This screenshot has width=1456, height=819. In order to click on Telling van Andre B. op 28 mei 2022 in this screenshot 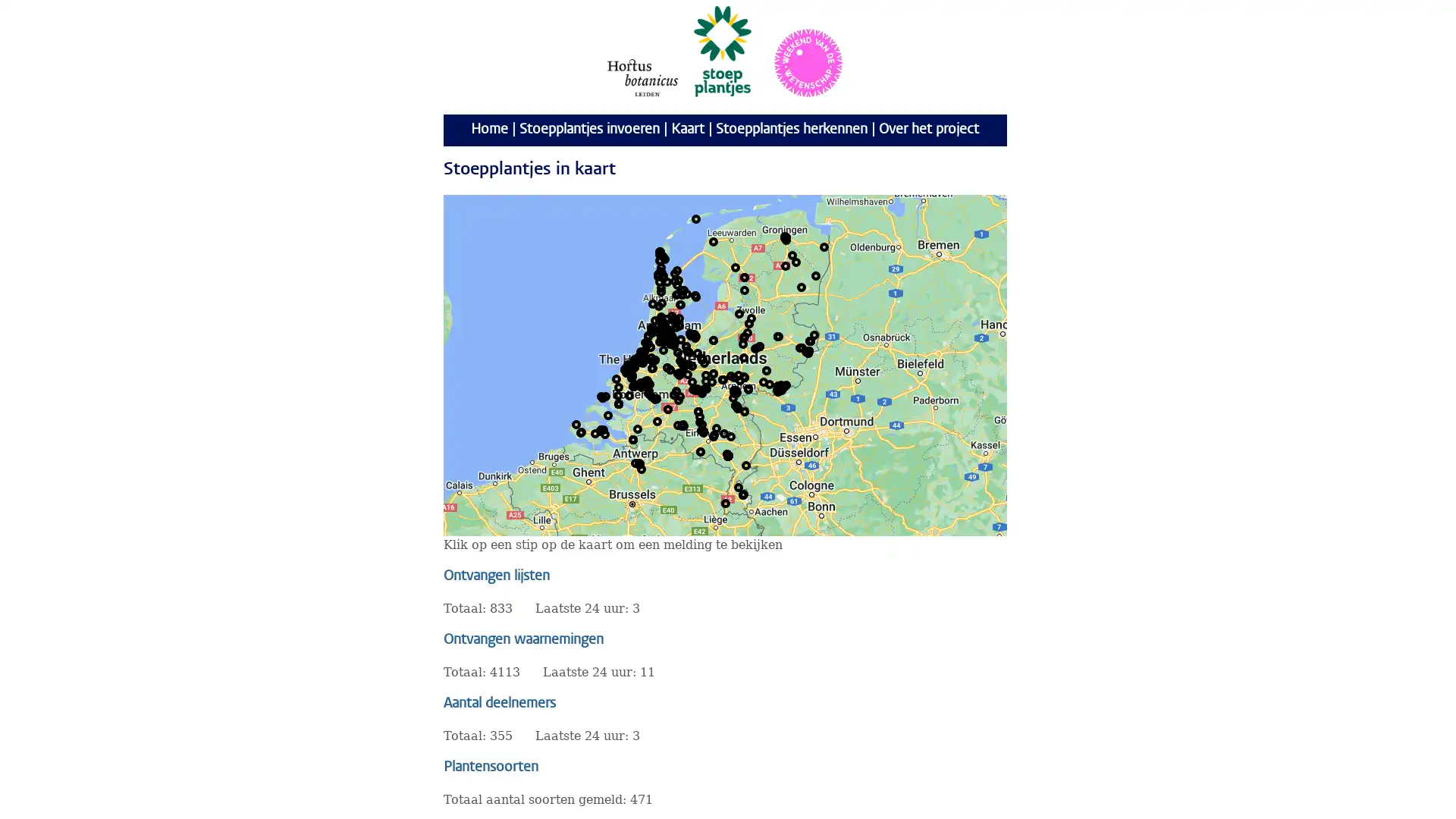, I will do `click(639, 362)`.